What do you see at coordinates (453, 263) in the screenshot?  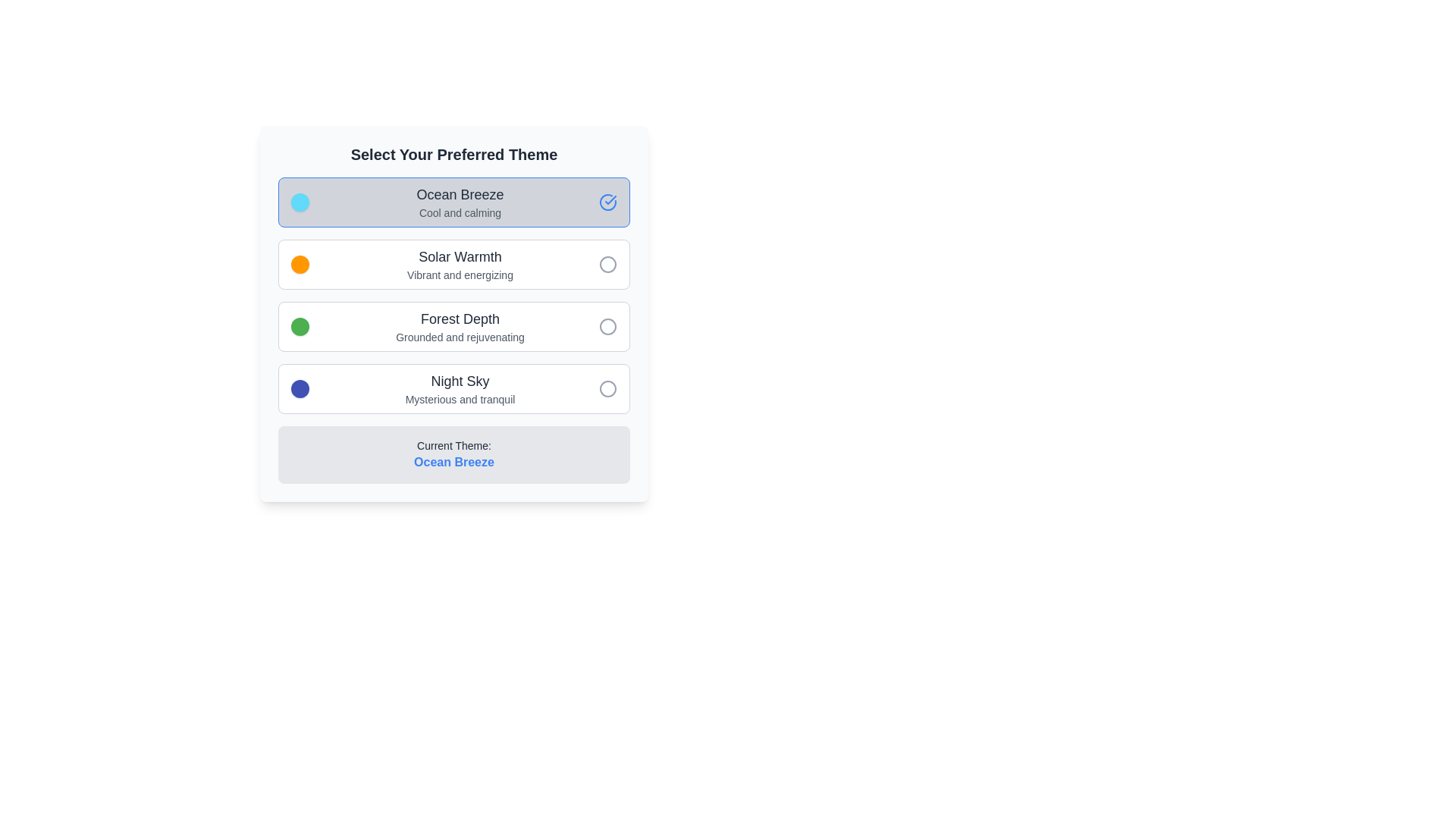 I see `the 'Solar Warmth' selectable list item with a radio button, which is the second option in the list under 'Select Your Preferred Theme'` at bounding box center [453, 263].